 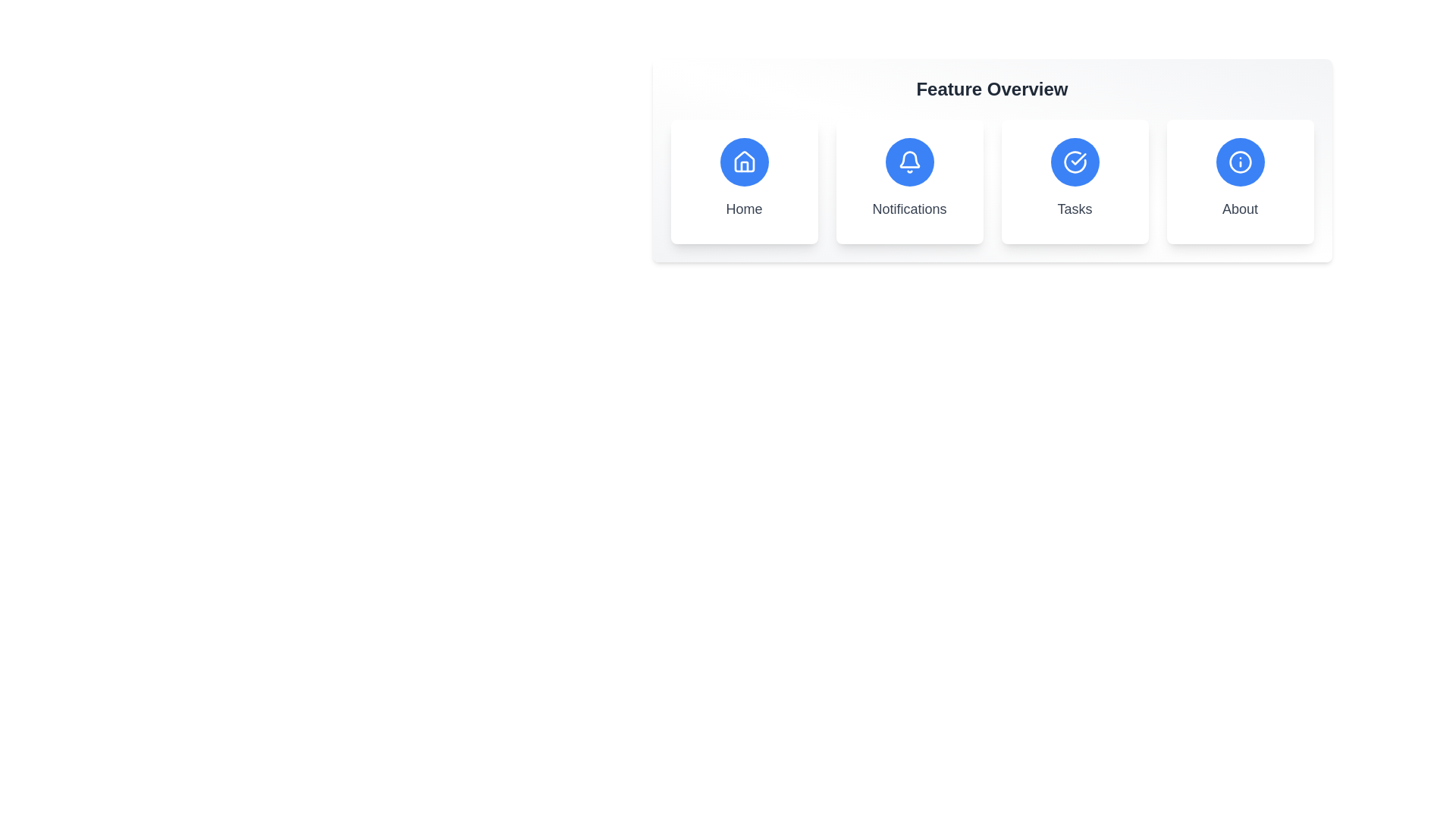 What do you see at coordinates (744, 180) in the screenshot?
I see `the first interactive card/button in the grid` at bounding box center [744, 180].